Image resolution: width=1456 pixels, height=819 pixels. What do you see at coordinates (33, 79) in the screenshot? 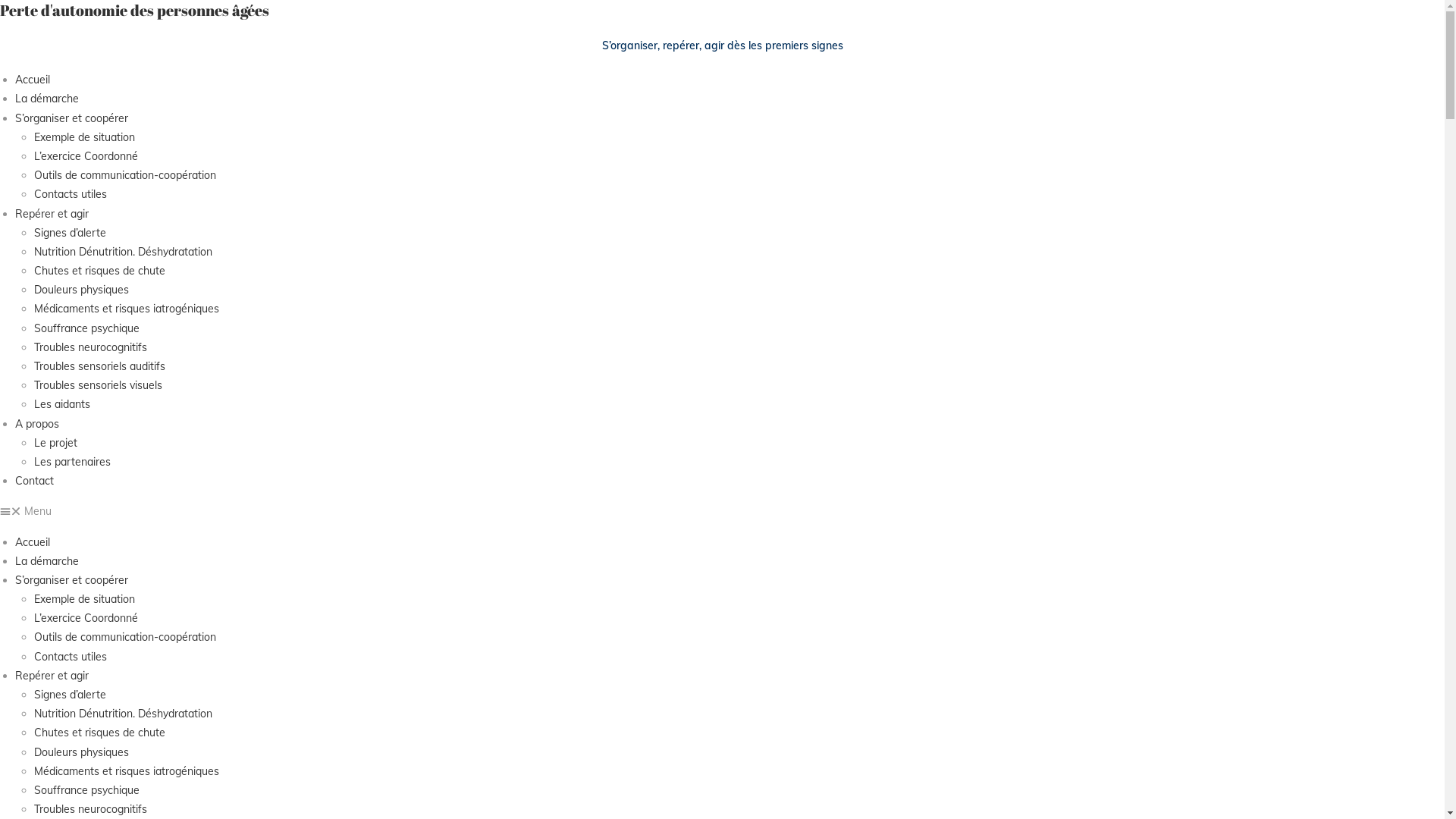
I see `'Accueil'` at bounding box center [33, 79].